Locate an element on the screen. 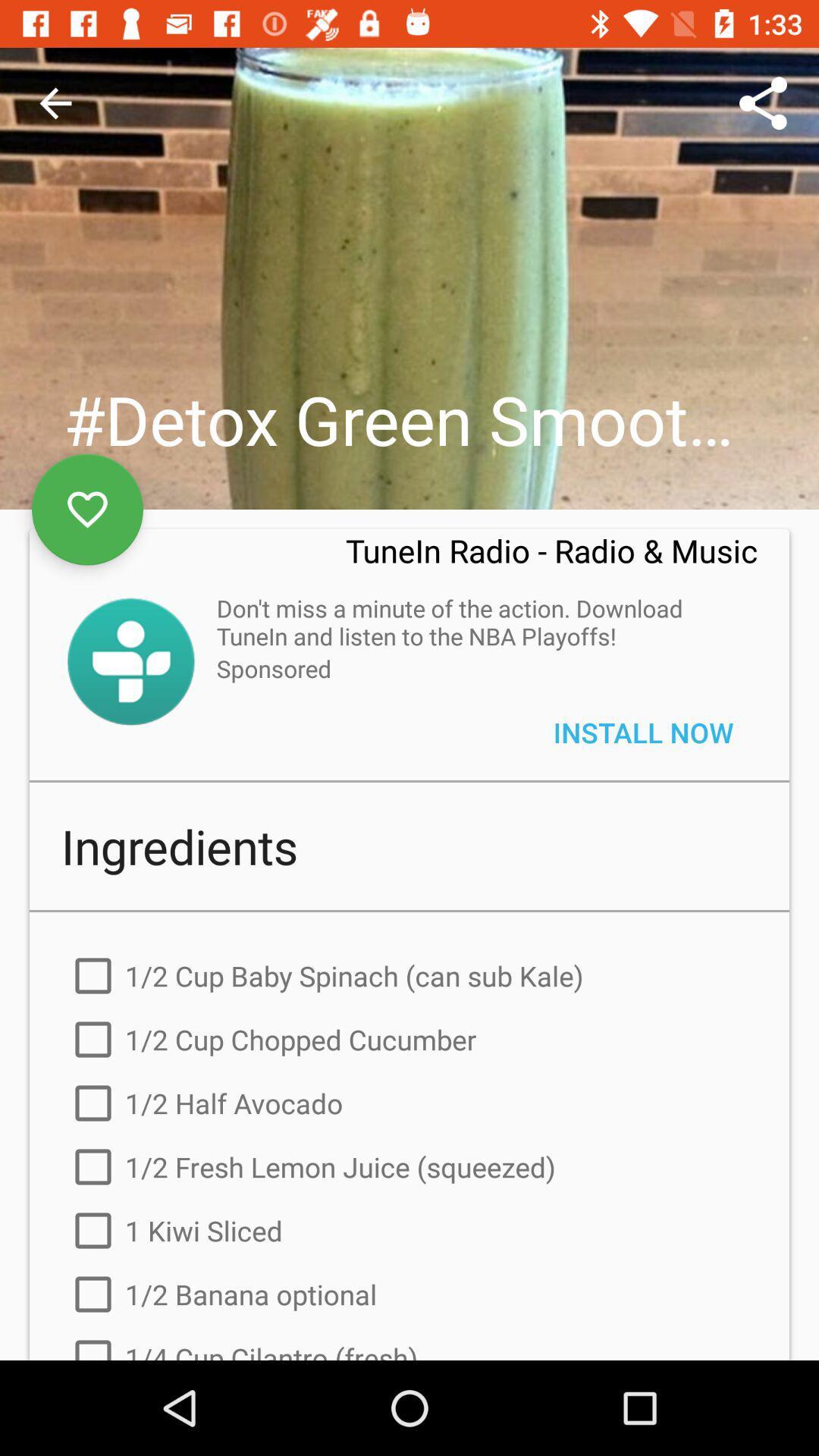 The width and height of the screenshot is (819, 1456). item to the left of the don t miss item is located at coordinates (130, 661).